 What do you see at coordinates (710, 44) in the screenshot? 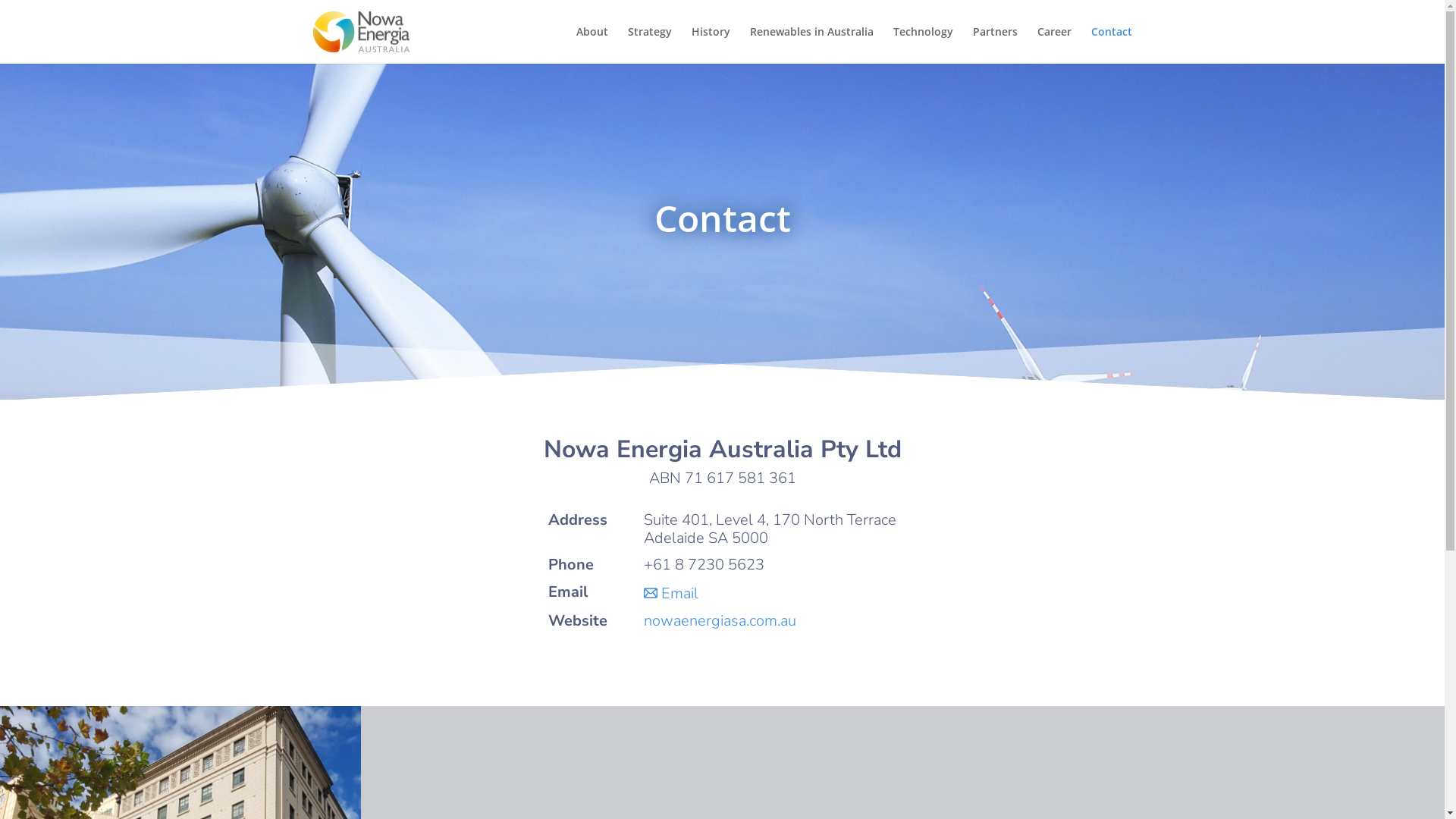
I see `'History'` at bounding box center [710, 44].